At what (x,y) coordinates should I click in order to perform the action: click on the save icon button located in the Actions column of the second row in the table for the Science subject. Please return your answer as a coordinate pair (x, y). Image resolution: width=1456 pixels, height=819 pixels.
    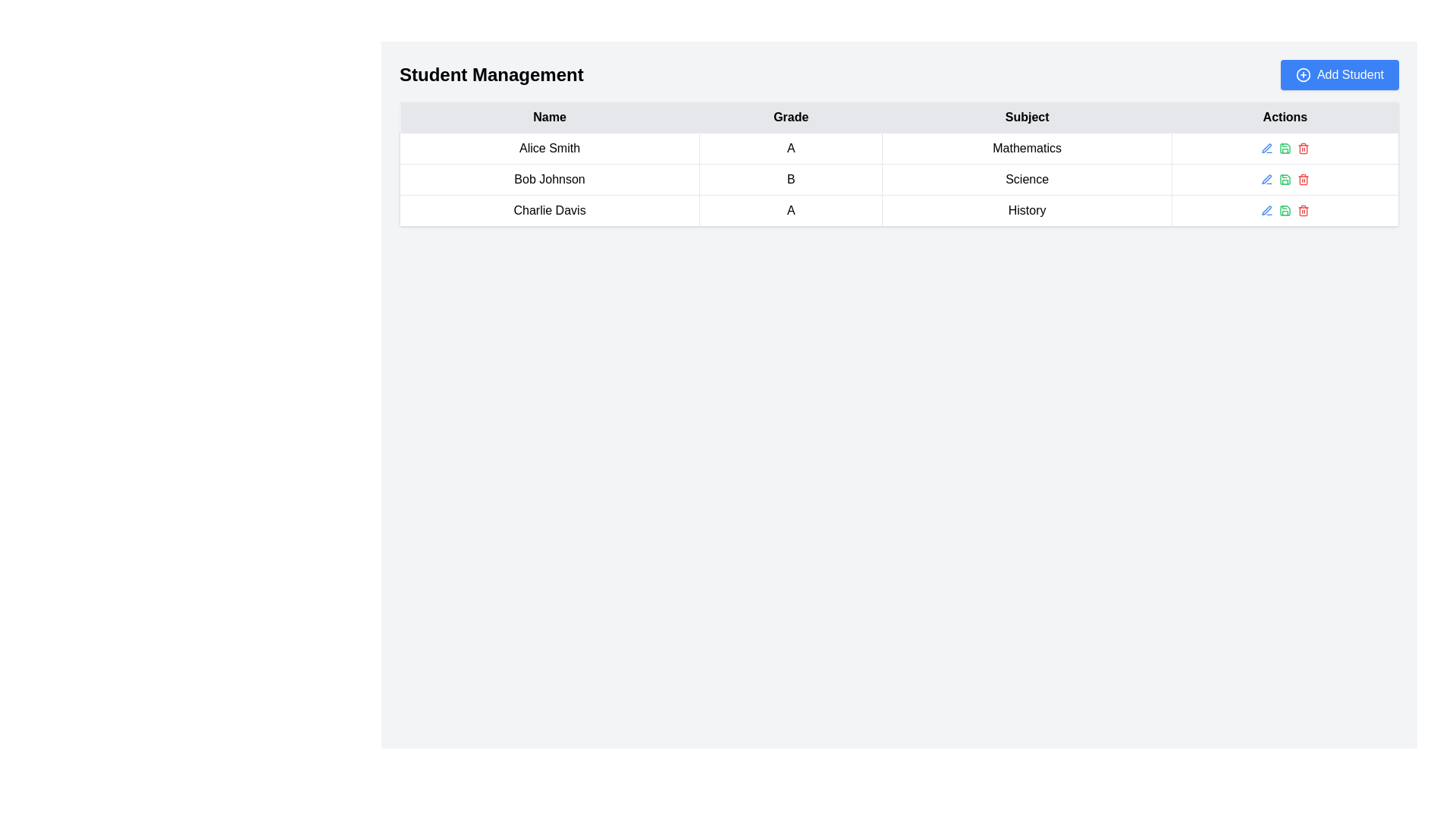
    Looking at the image, I should click on (1284, 178).